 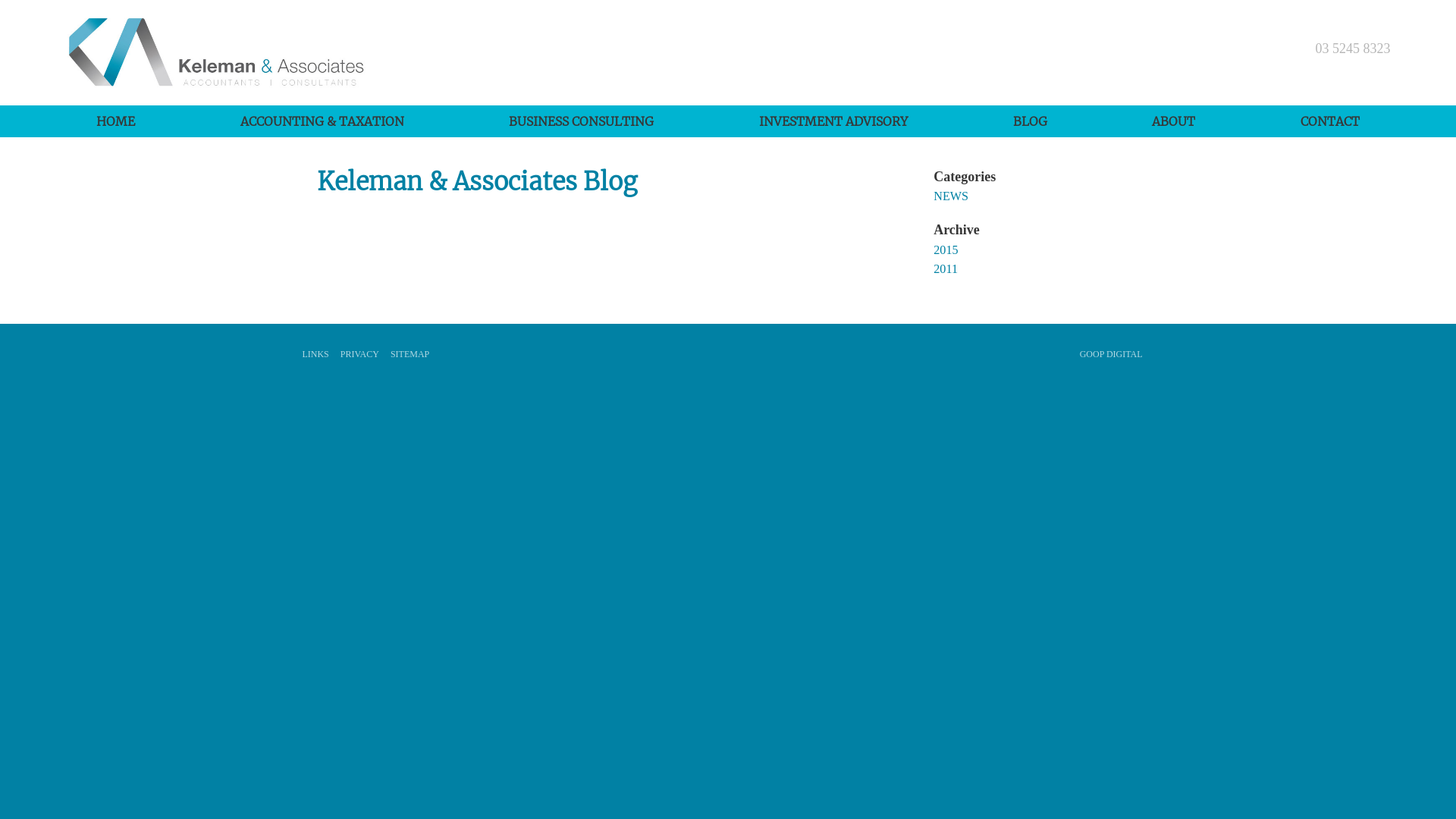 I want to click on 'PRIVACY', so click(x=359, y=353).